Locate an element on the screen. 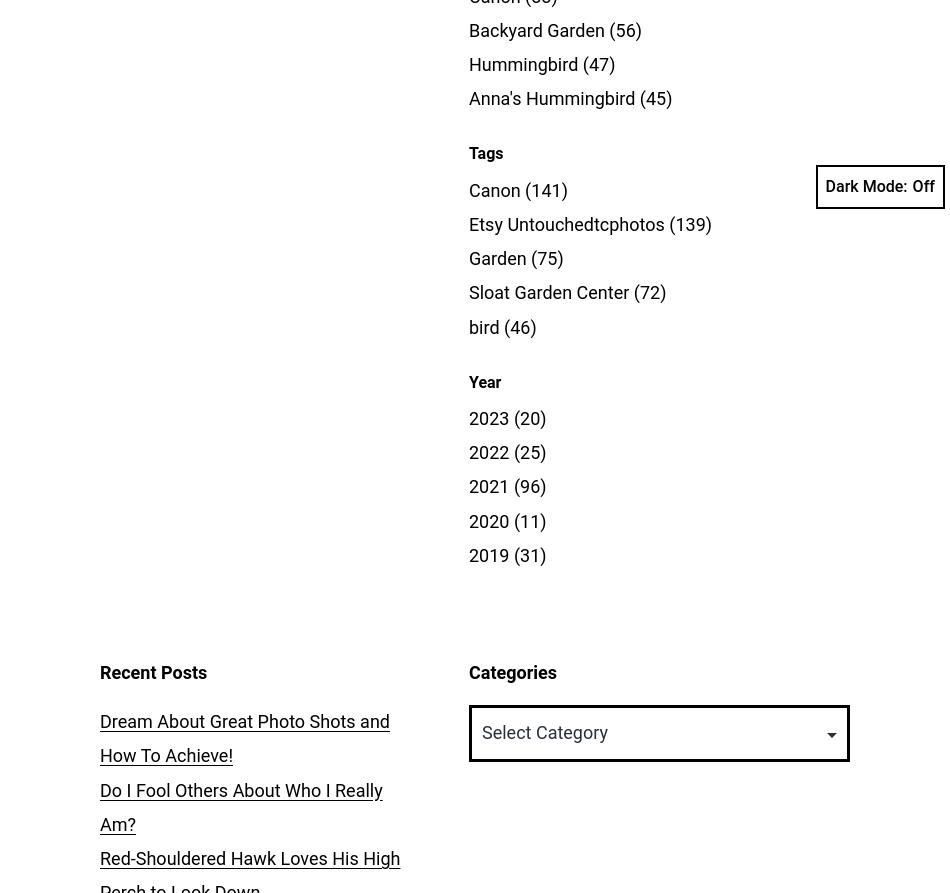 The height and width of the screenshot is (893, 950). 'Tags' is located at coordinates (486, 152).